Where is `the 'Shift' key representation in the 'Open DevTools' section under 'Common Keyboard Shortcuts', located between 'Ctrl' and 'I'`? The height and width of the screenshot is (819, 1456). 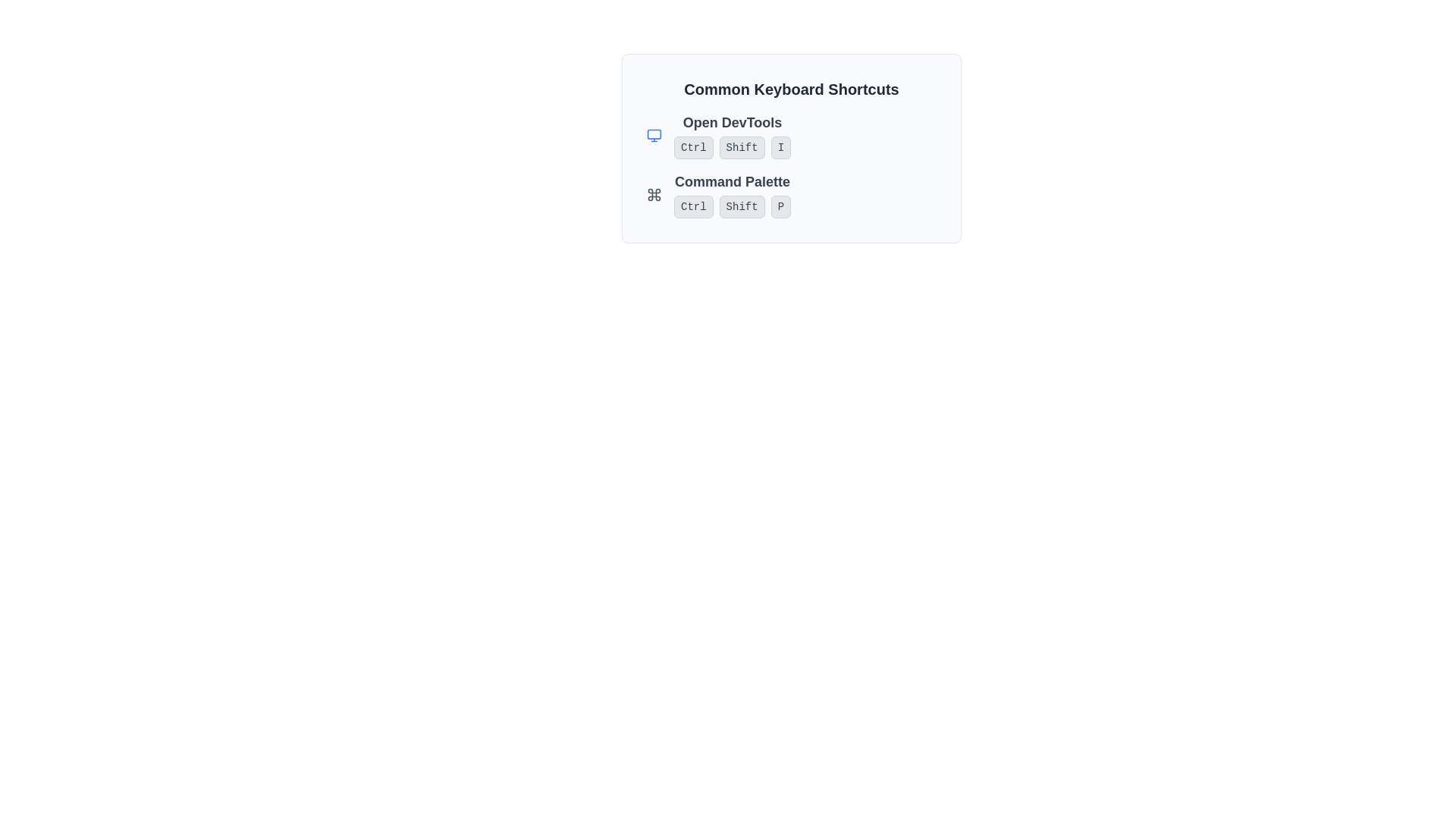
the 'Shift' key representation in the 'Open DevTools' section under 'Common Keyboard Shortcuts', located between 'Ctrl' and 'I' is located at coordinates (742, 148).